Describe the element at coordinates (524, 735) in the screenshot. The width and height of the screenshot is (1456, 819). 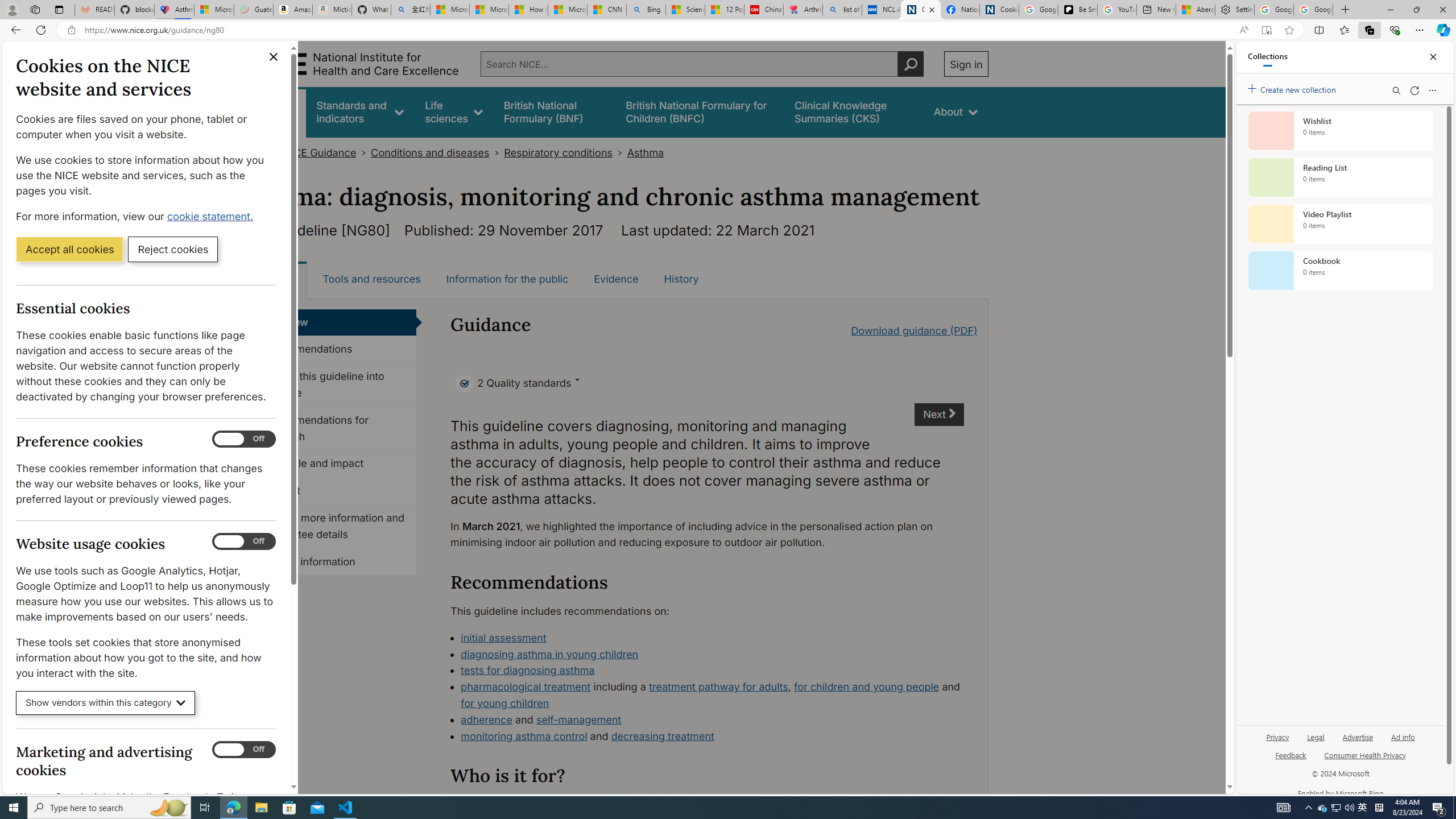
I see `'monitoring asthma control'` at that location.